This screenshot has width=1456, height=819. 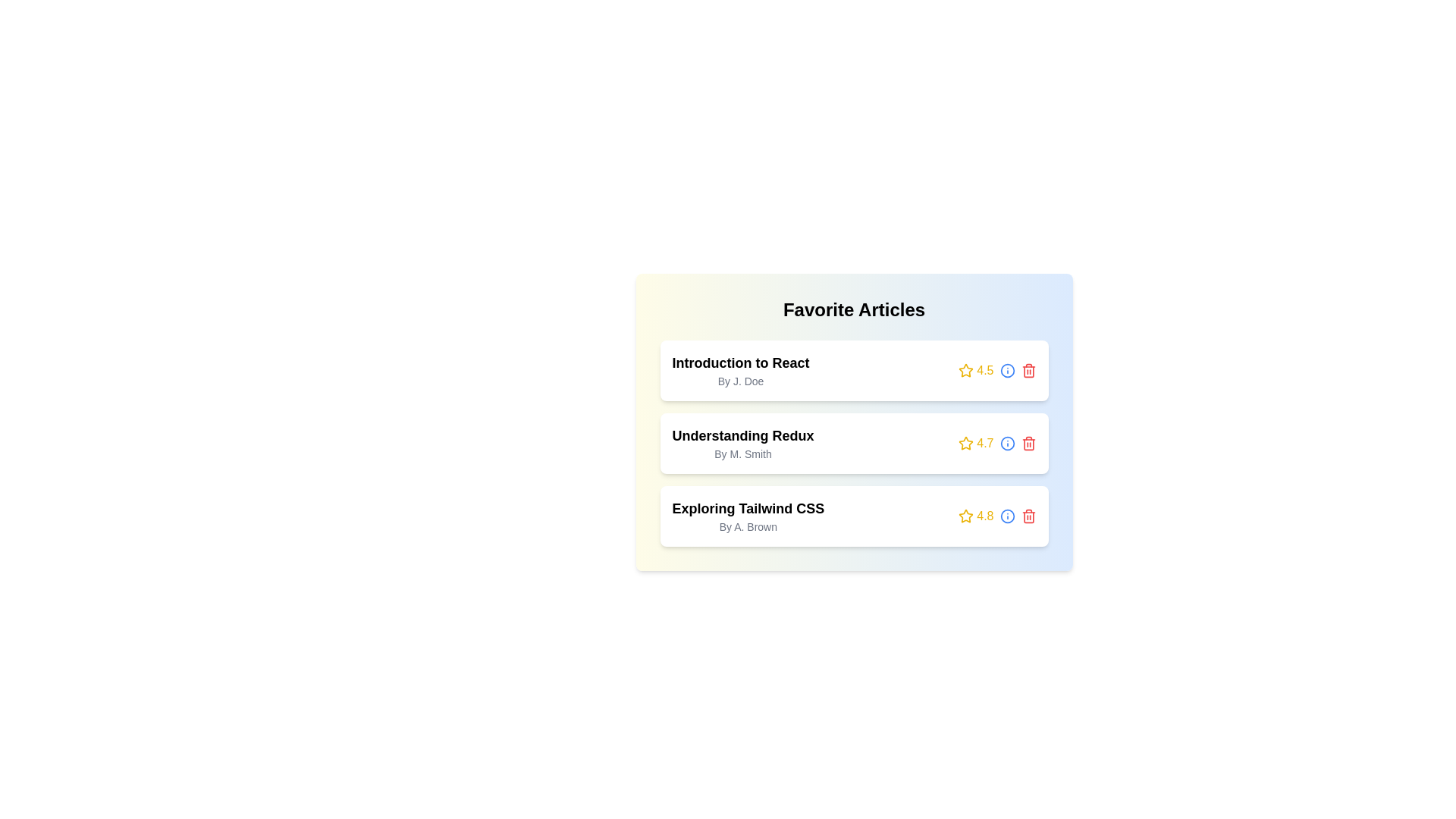 What do you see at coordinates (1007, 516) in the screenshot?
I see `the 'info' icon next to the article titled 'Exploring Tailwind CSS' to view its details` at bounding box center [1007, 516].